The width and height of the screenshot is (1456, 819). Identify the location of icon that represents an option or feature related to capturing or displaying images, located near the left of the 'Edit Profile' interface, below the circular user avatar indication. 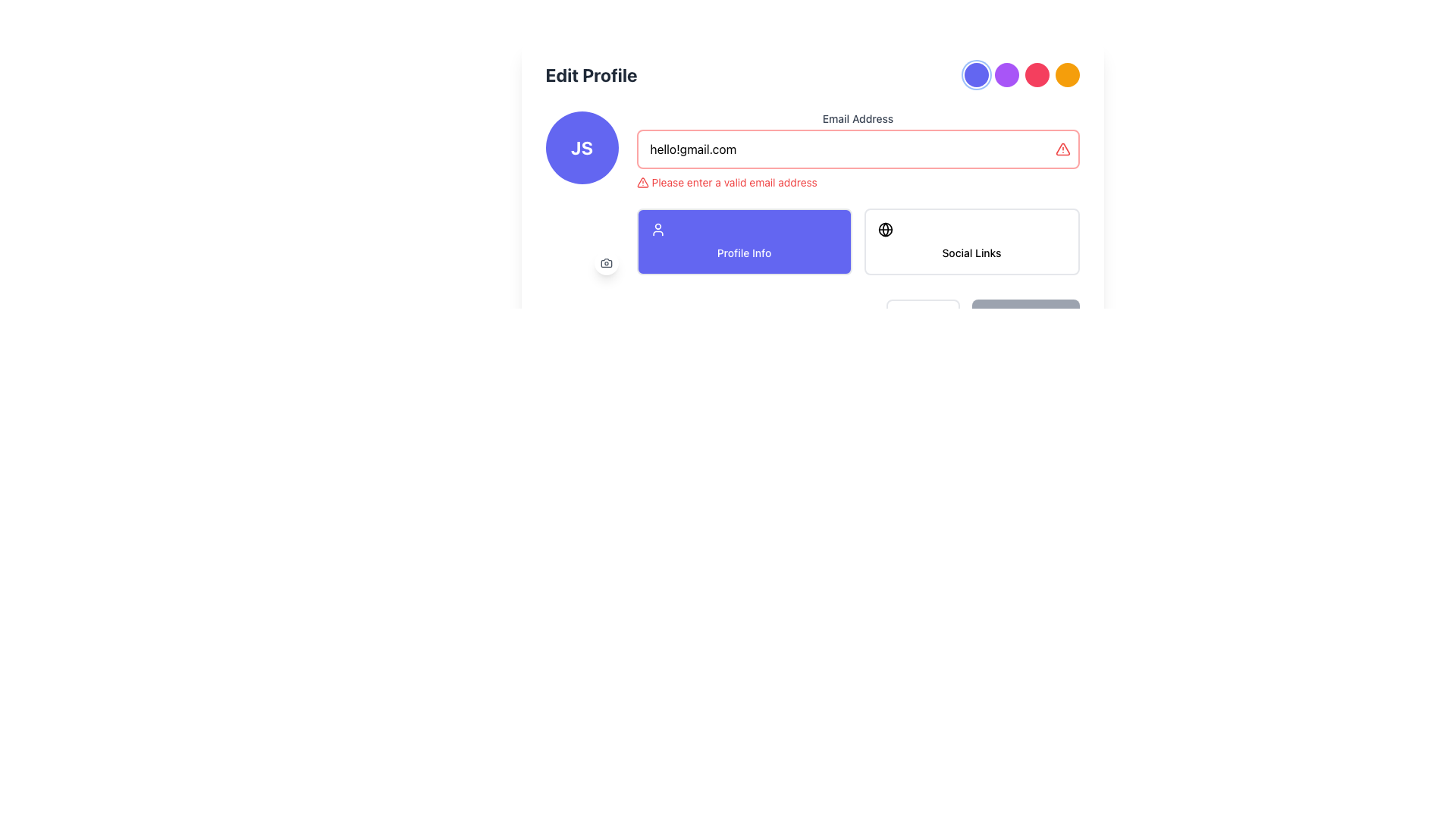
(605, 262).